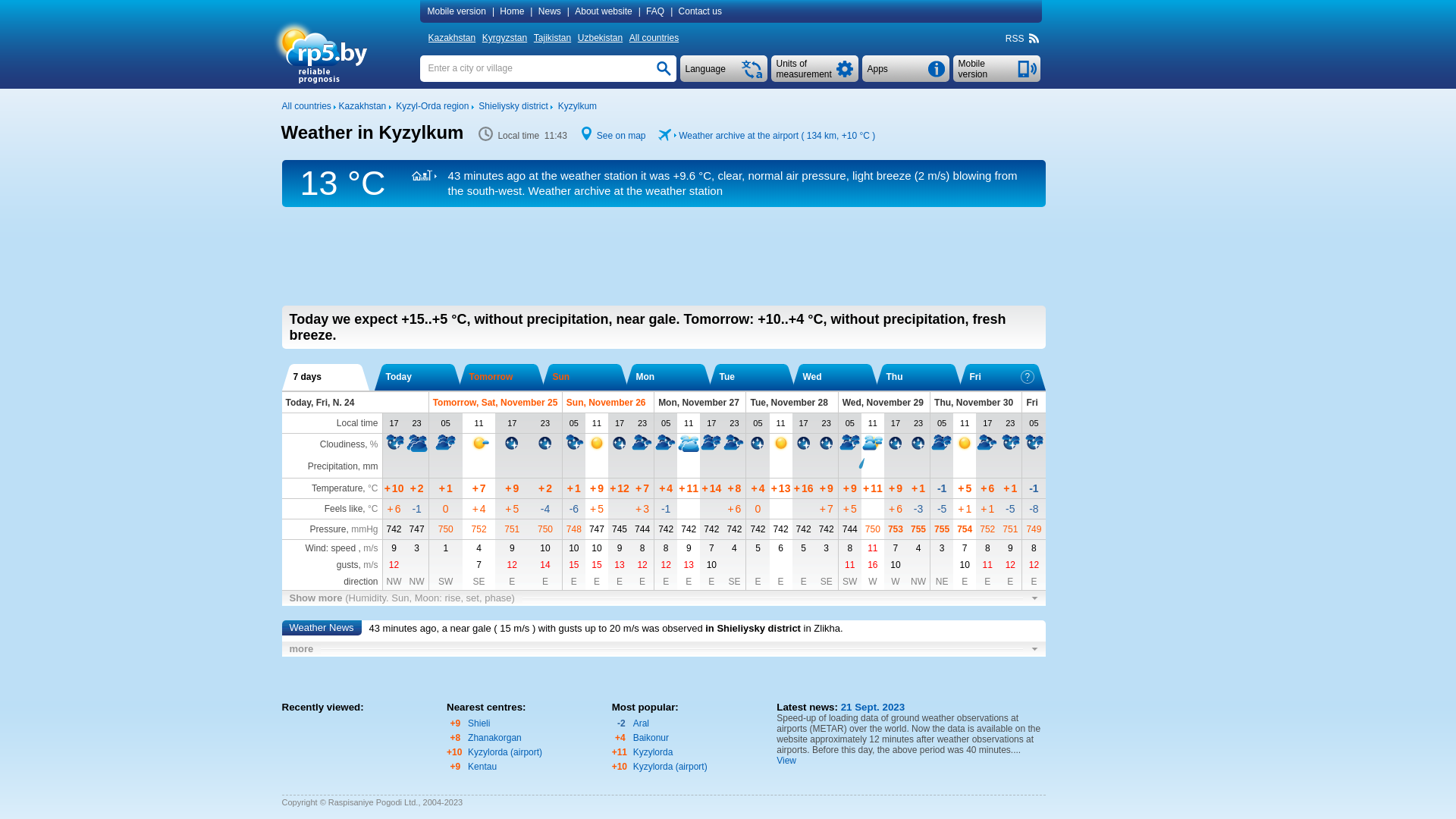 This screenshot has height=819, width=1456. Describe the element at coordinates (651, 736) in the screenshot. I see `'Baikonur'` at that location.